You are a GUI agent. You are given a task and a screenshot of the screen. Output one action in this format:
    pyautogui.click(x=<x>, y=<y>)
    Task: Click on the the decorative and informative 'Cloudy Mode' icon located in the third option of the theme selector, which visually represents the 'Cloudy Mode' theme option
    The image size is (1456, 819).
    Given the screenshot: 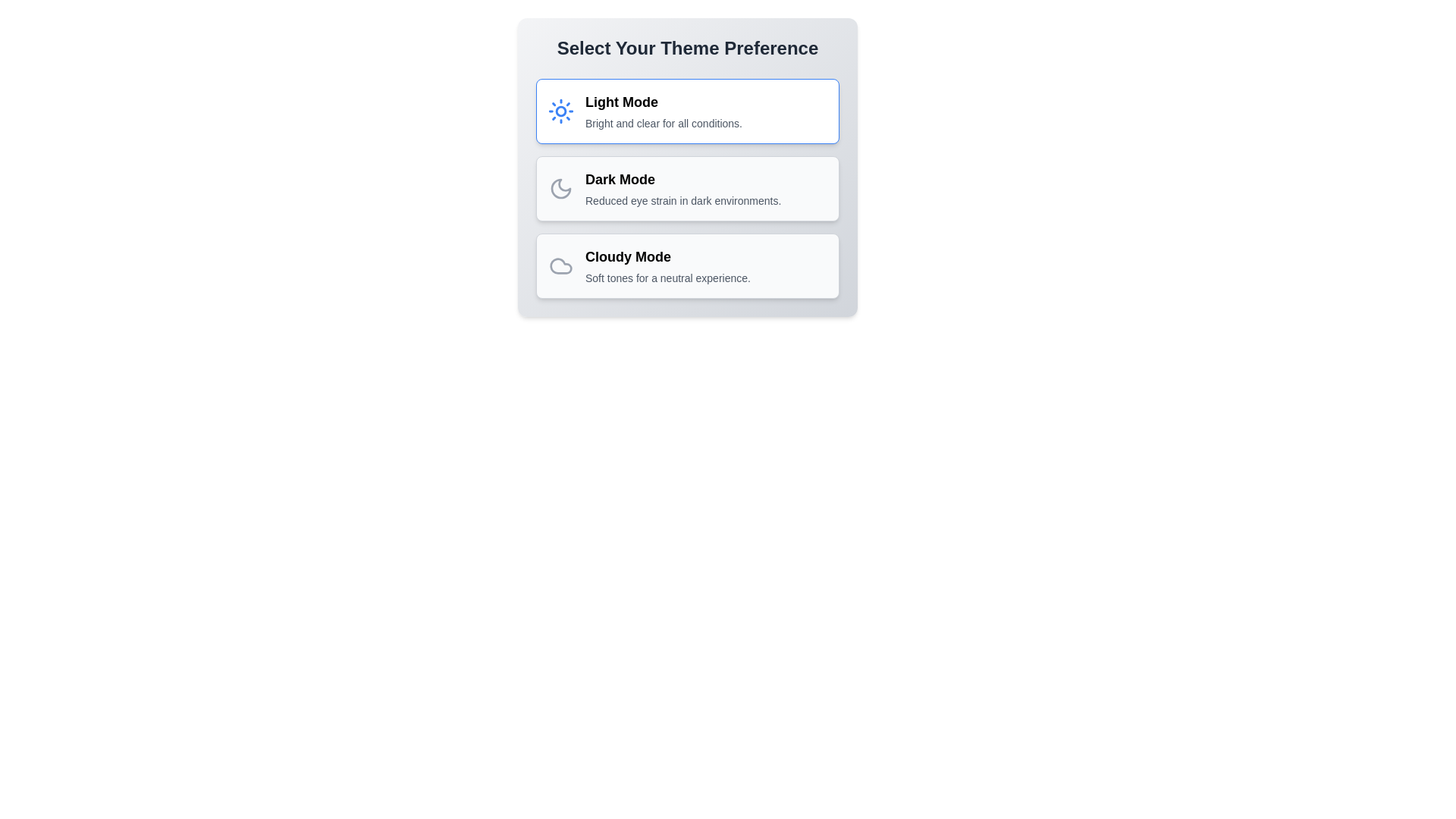 What is the action you would take?
    pyautogui.click(x=560, y=265)
    